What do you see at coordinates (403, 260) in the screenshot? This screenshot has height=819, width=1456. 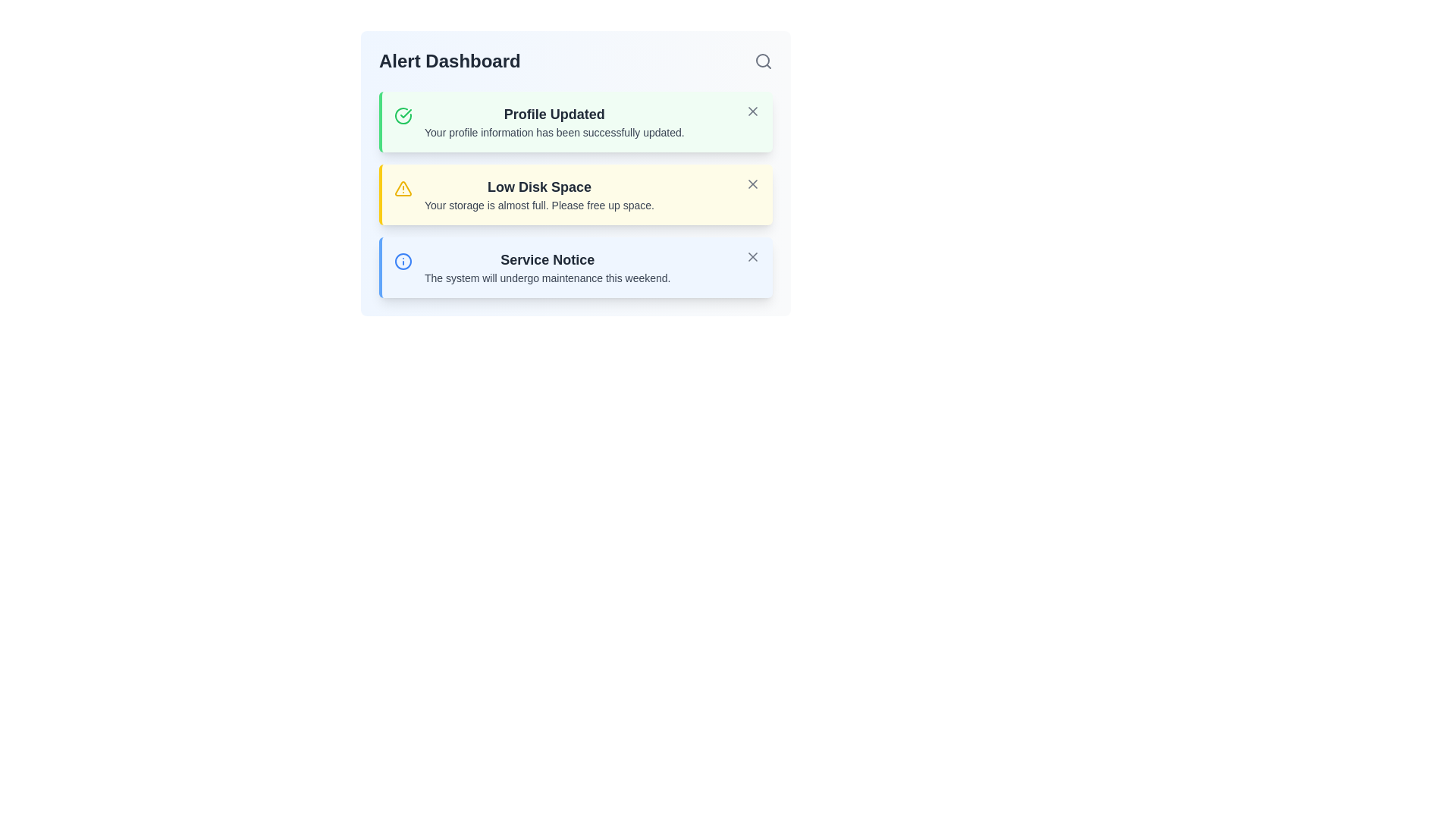 I see `the SVG circle element that serves as a visual component of the informational icon in the 'Service Notice' alert in the Alert Dashboard interface` at bounding box center [403, 260].